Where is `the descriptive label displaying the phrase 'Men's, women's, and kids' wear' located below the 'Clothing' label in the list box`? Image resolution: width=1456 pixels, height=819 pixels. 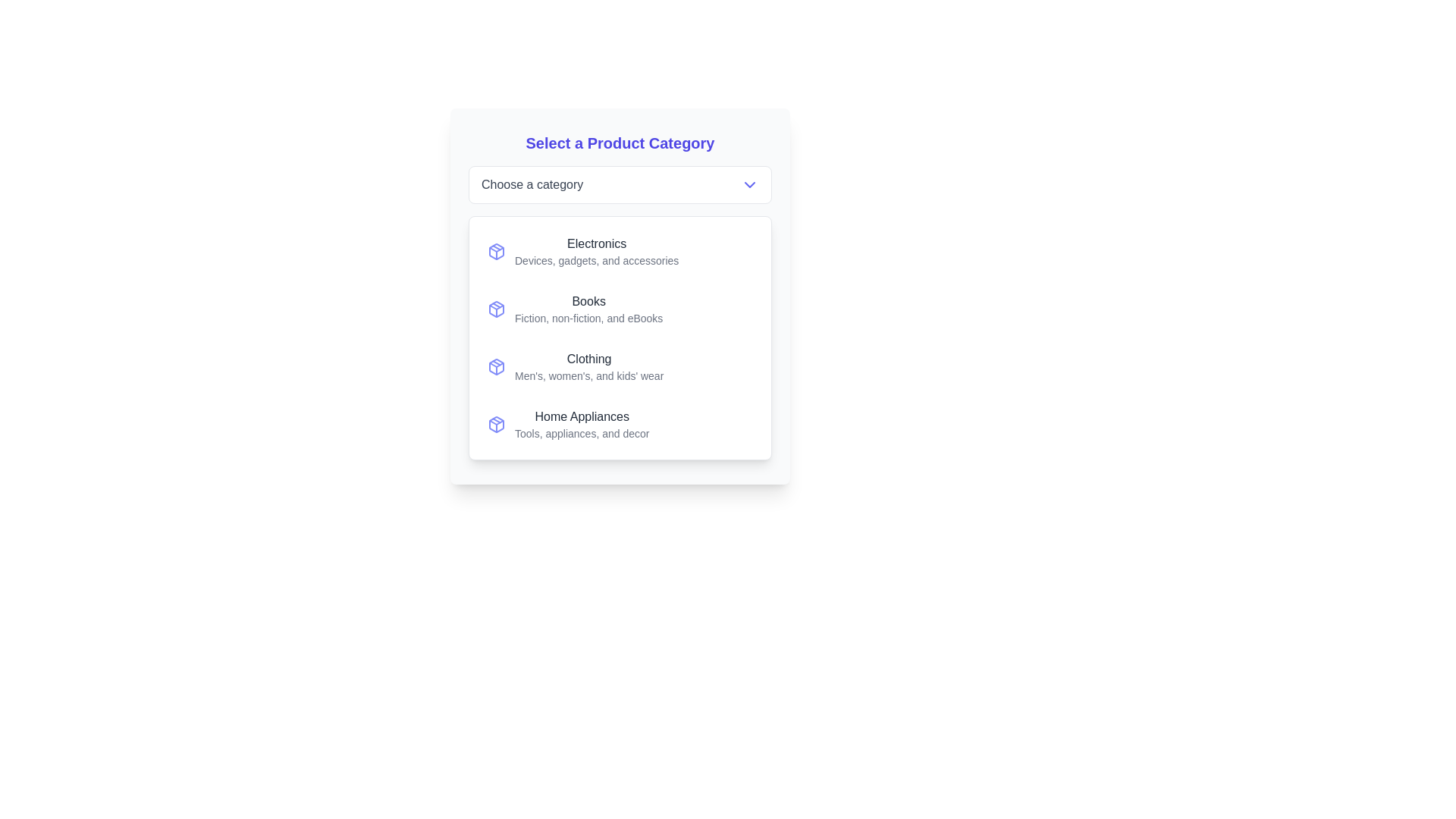 the descriptive label displaying the phrase 'Men's, women's, and kids' wear' located below the 'Clothing' label in the list box is located at coordinates (588, 375).